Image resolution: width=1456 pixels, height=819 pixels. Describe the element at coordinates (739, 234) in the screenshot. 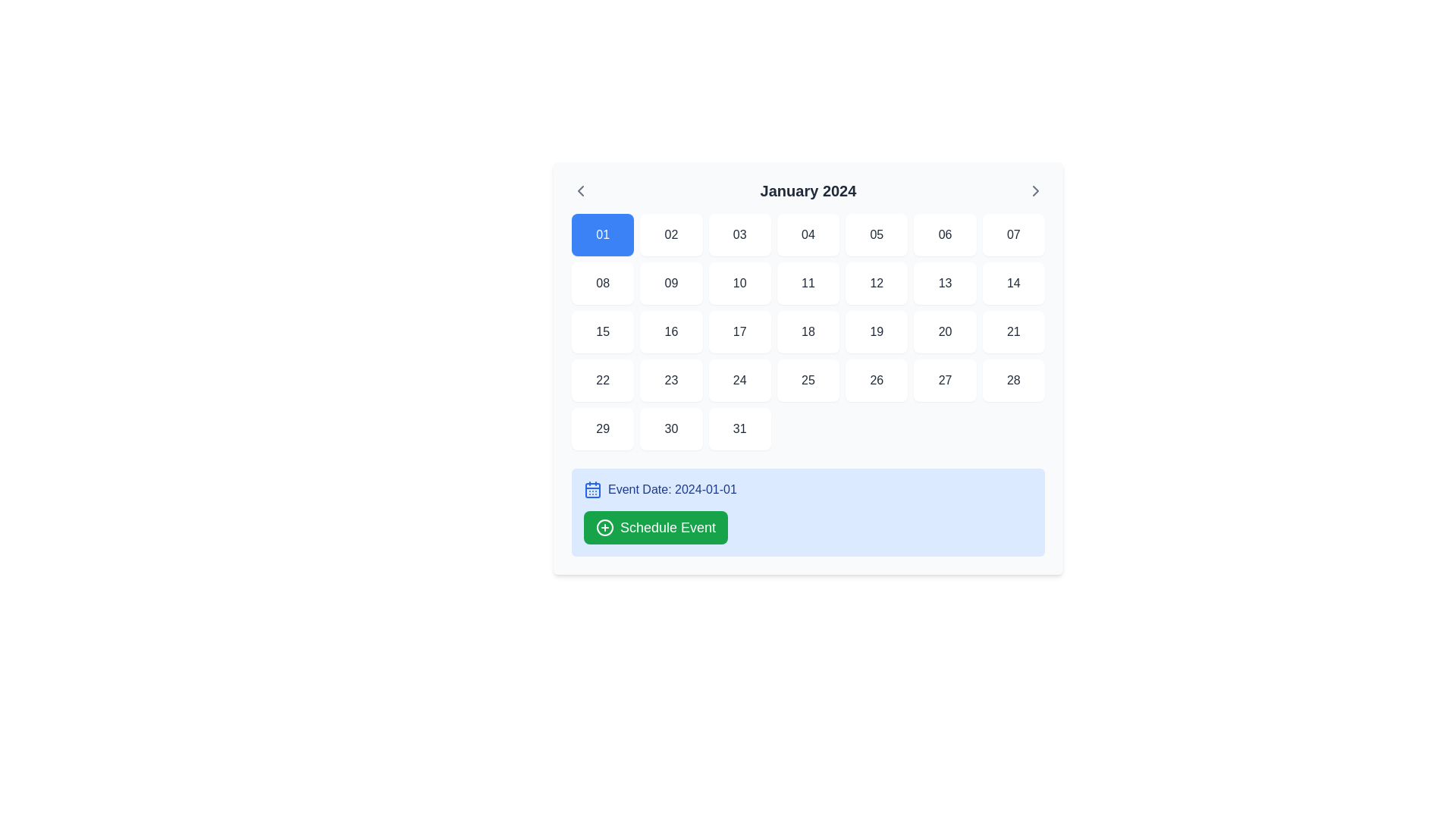

I see `the button displaying '03'` at that location.